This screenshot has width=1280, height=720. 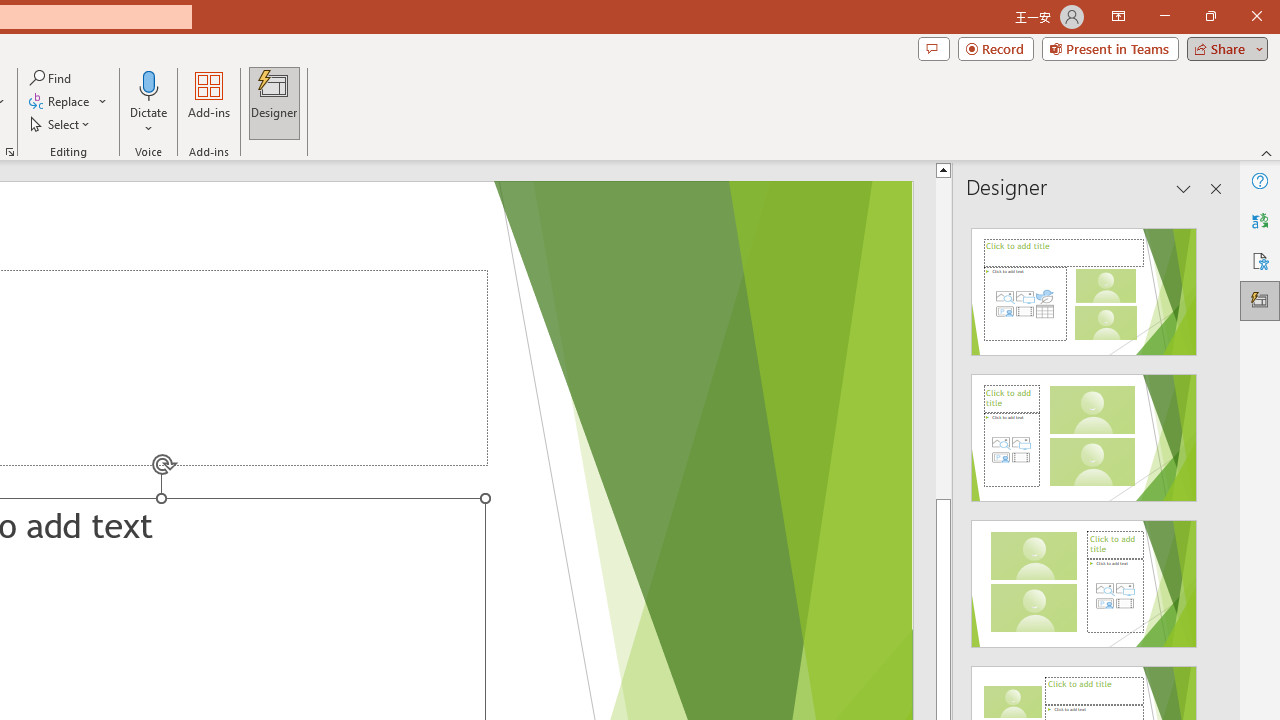 I want to click on 'Recommended Design: Design Idea', so click(x=1083, y=286).